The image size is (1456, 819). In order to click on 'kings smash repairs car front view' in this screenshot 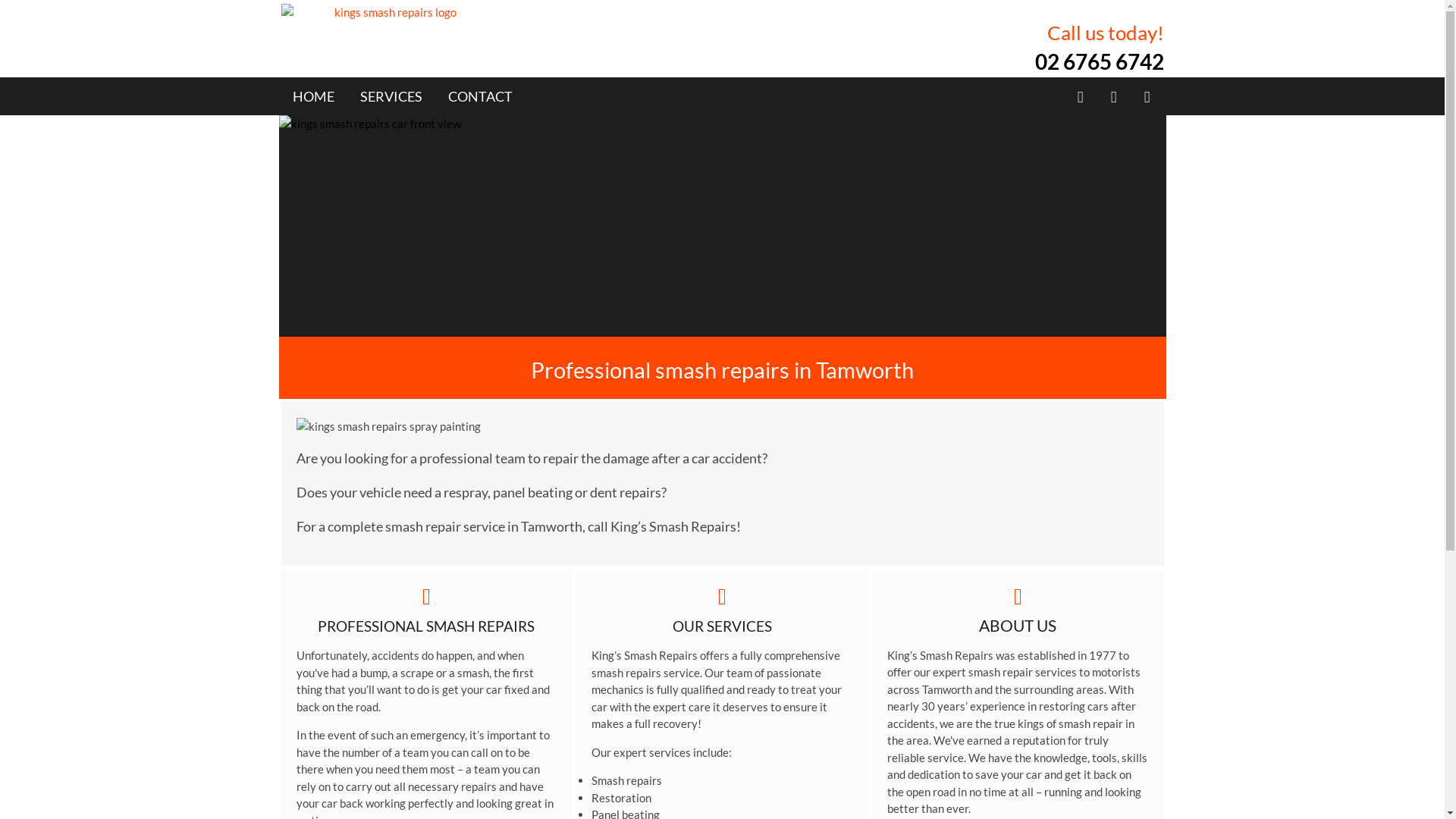, I will do `click(722, 226)`.